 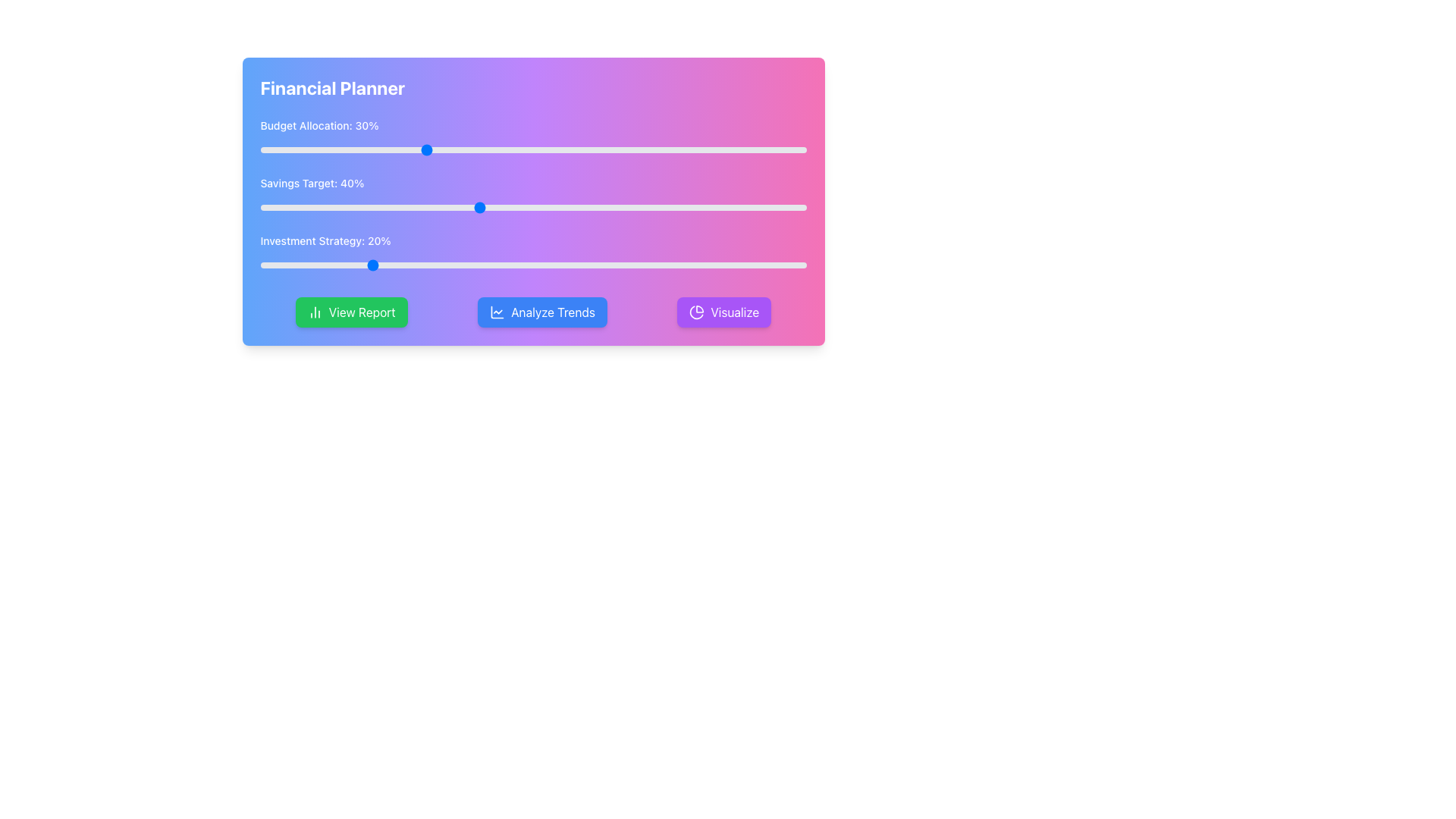 I want to click on the handle of the horizontal slider labeled 'Savings Target: 40%', so click(x=533, y=195).